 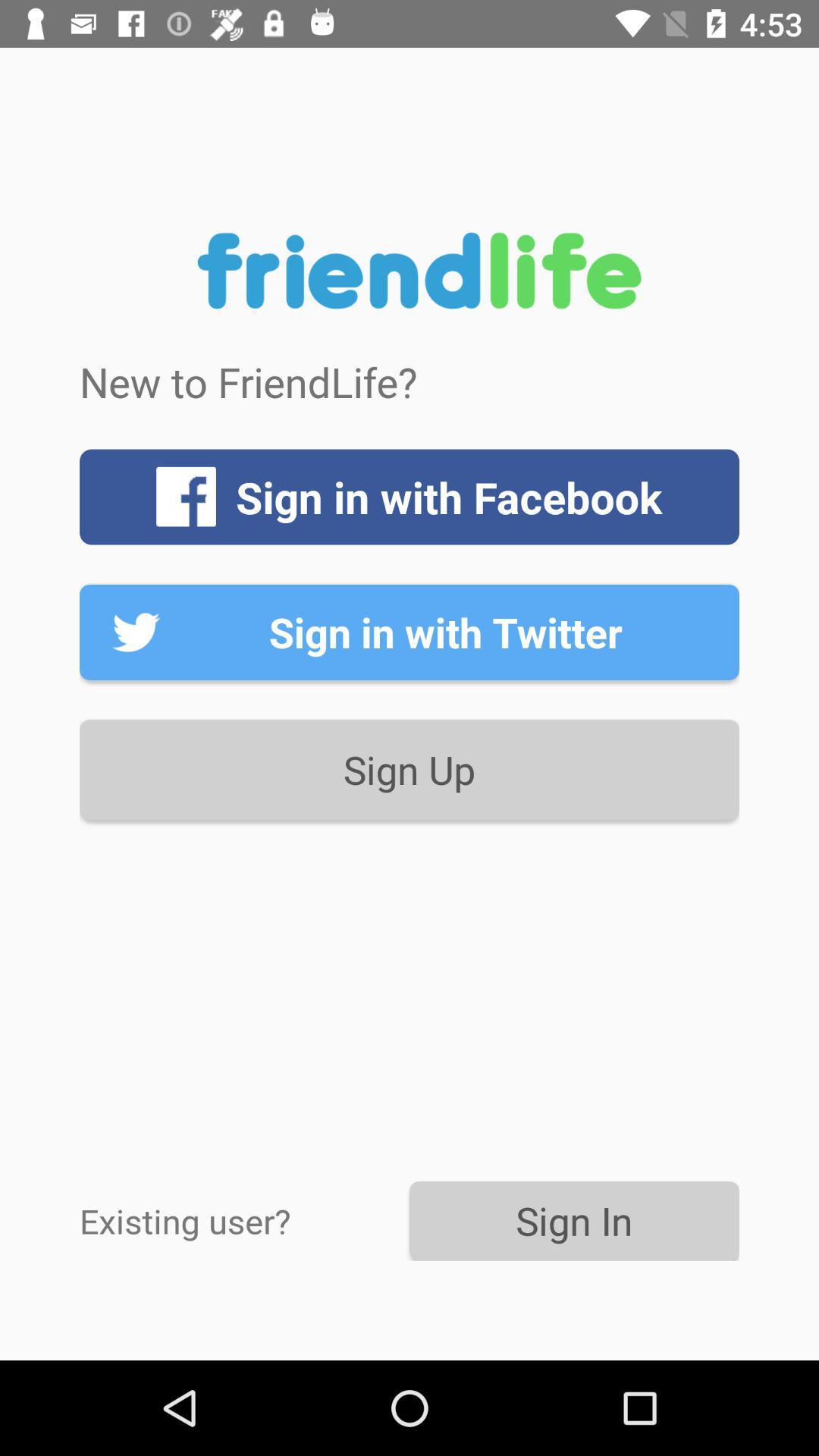 What do you see at coordinates (409, 770) in the screenshot?
I see `the sign up` at bounding box center [409, 770].